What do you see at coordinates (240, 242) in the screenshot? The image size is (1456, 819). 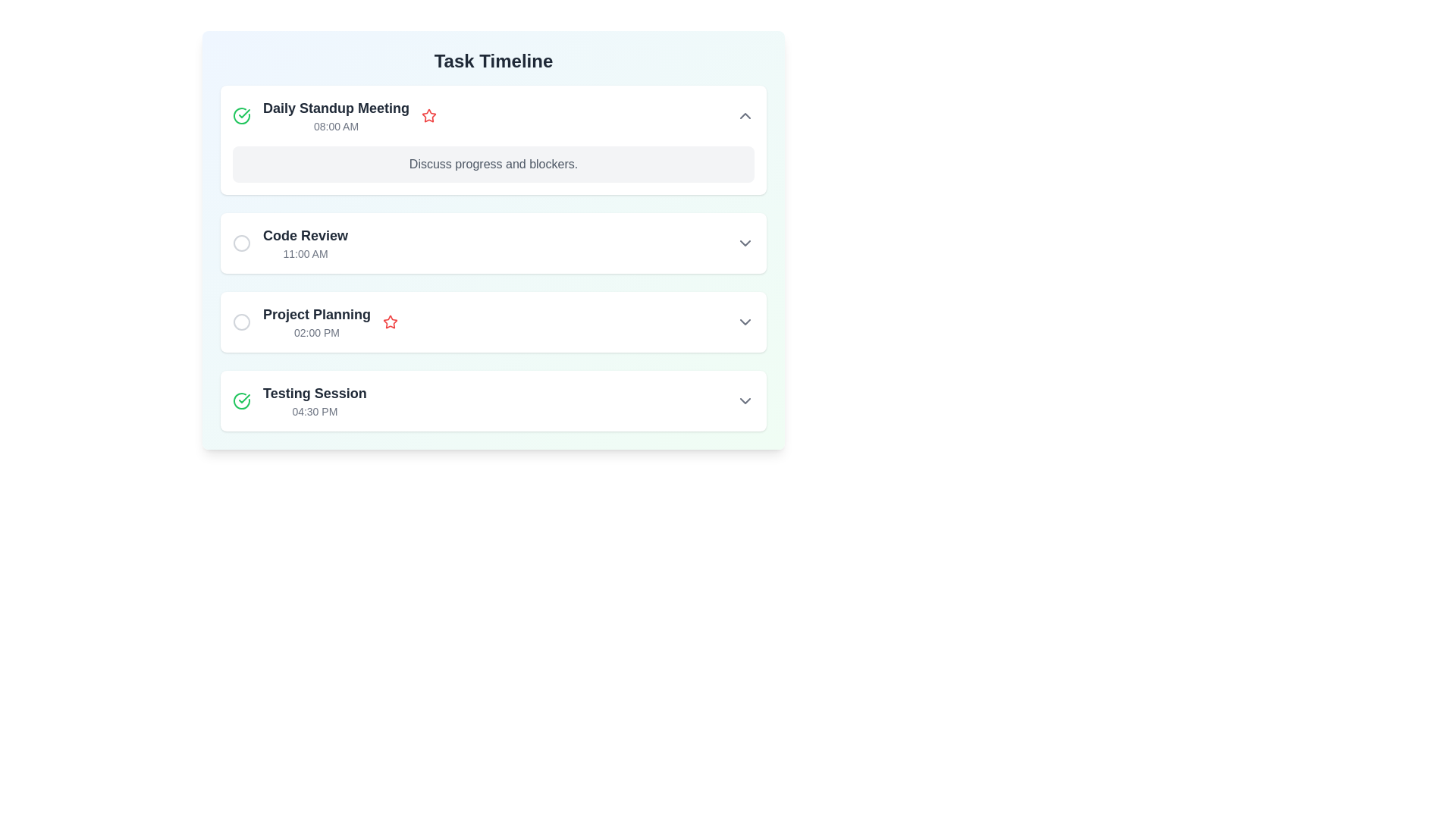 I see `the Indicator icon or status symbol located within the 'Code Review' row of the task list, which conveys the status or progress of the task` at bounding box center [240, 242].